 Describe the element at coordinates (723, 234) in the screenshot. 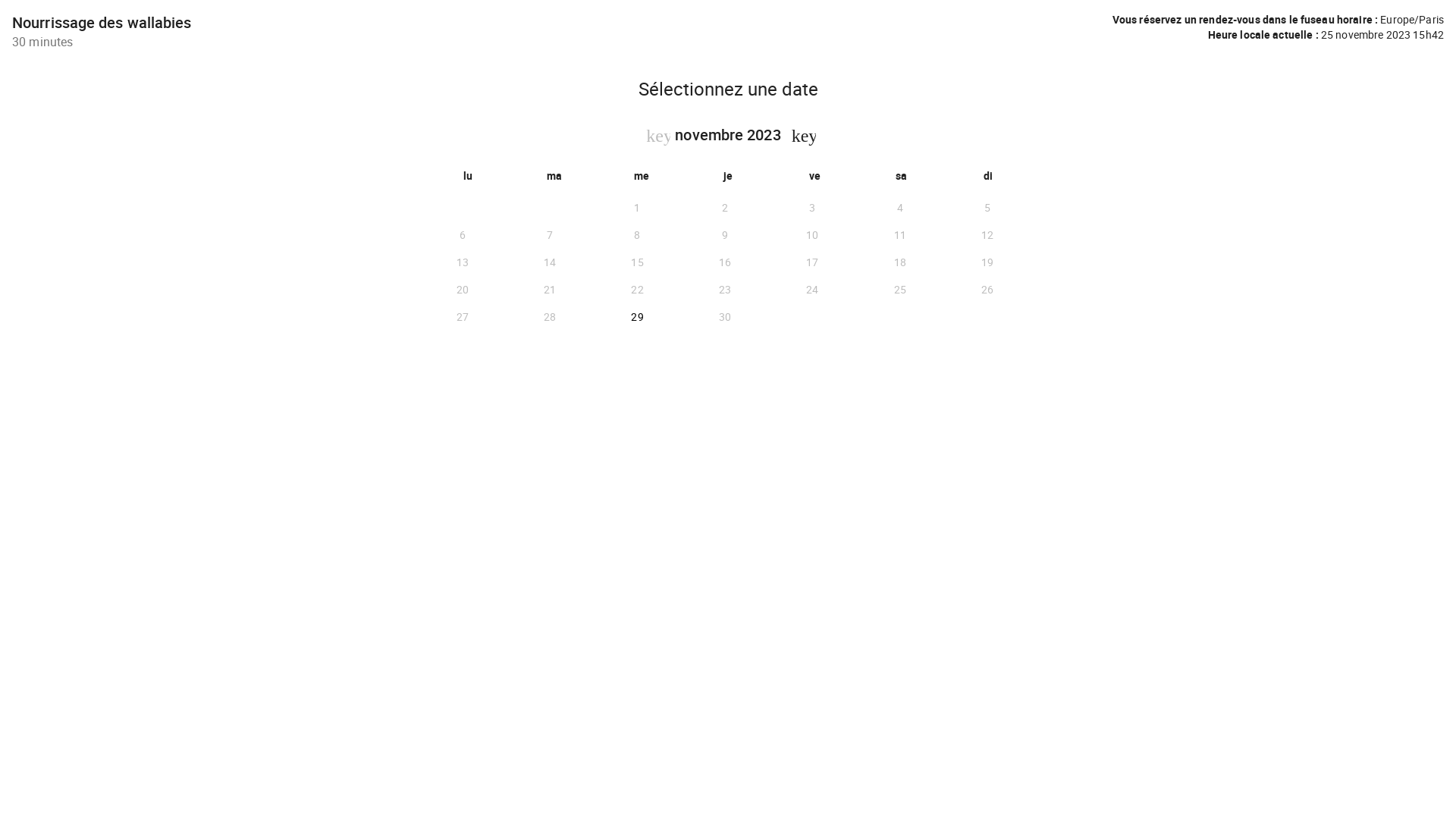

I see `'9'` at that location.